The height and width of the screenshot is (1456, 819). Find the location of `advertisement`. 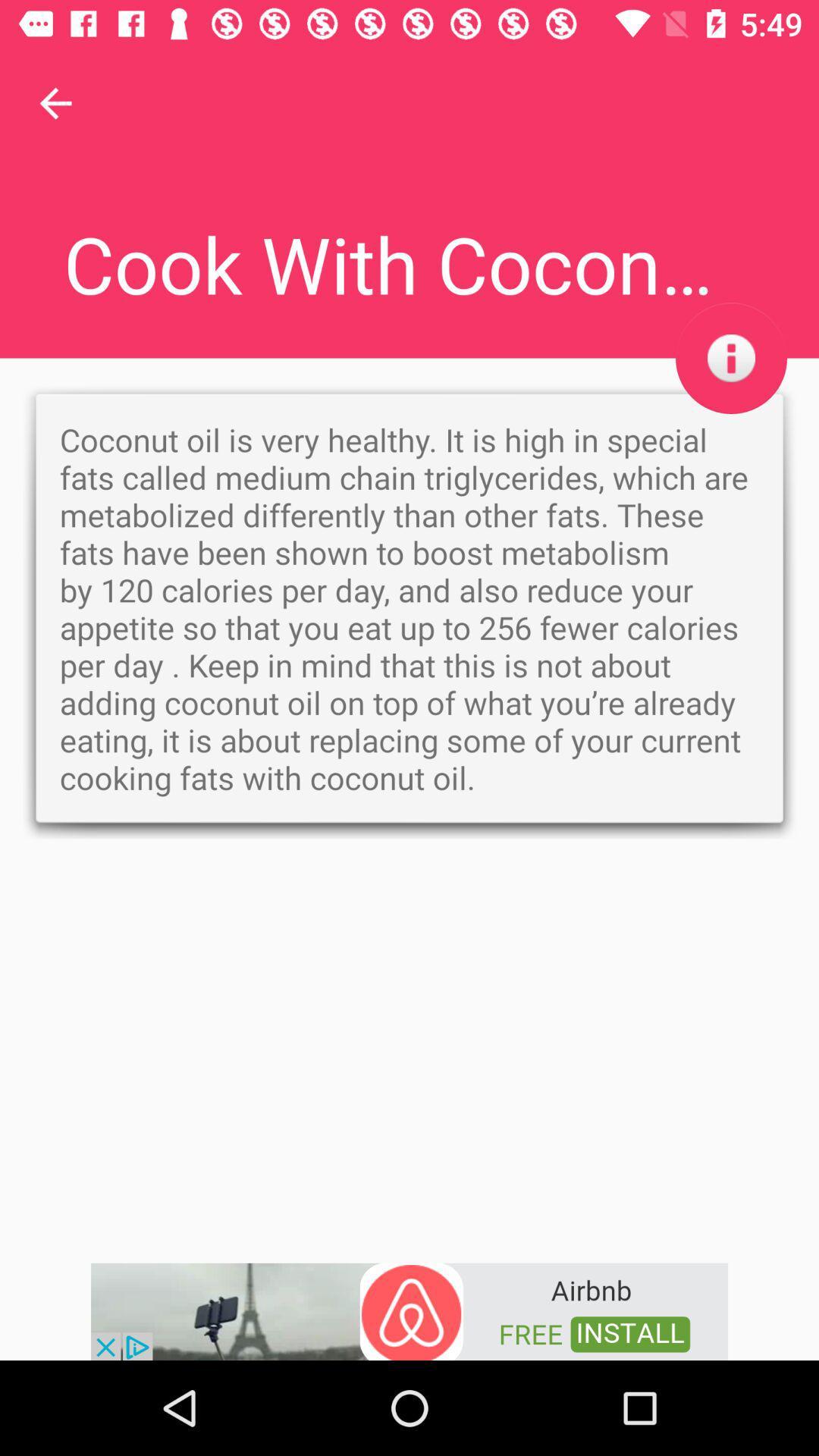

advertisement is located at coordinates (409, 1310).